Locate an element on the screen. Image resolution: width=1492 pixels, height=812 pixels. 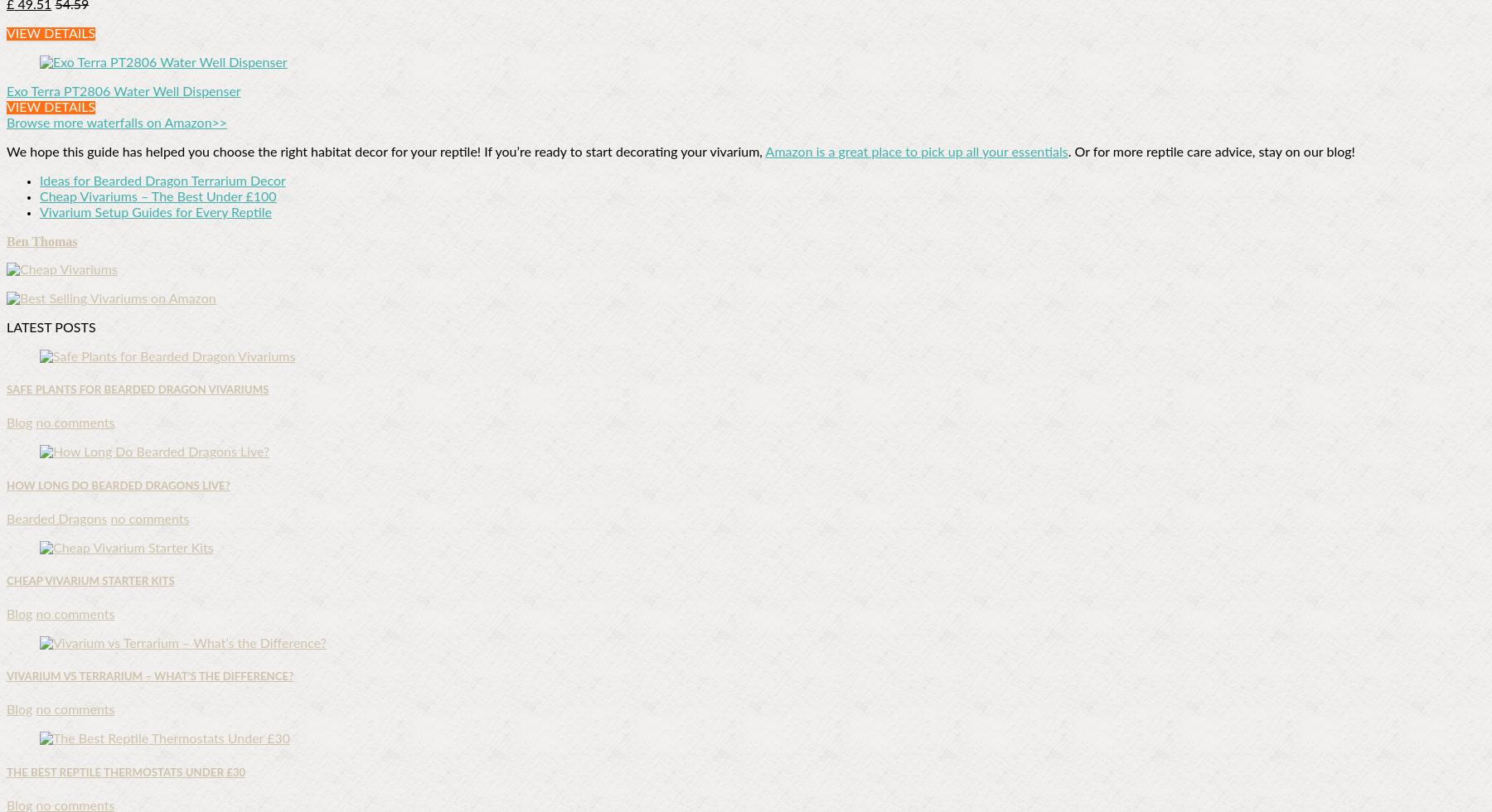
'Cheap Vivarium Starter Kits' is located at coordinates (90, 580).